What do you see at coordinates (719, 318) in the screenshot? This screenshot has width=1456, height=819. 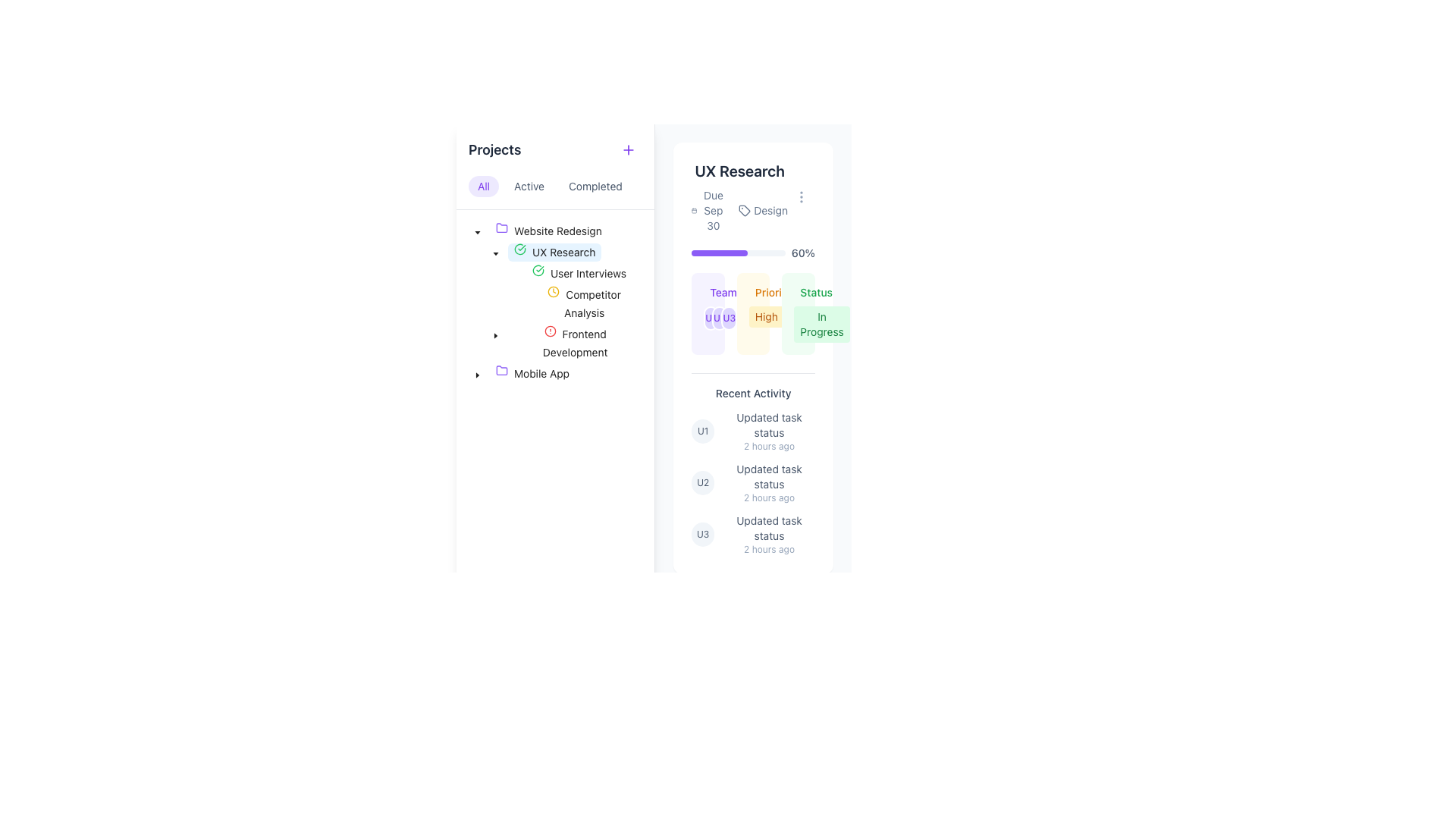 I see `the text label displaying 'U2' in purple color, located inside a rounded rectangle below the 'Team' label` at bounding box center [719, 318].